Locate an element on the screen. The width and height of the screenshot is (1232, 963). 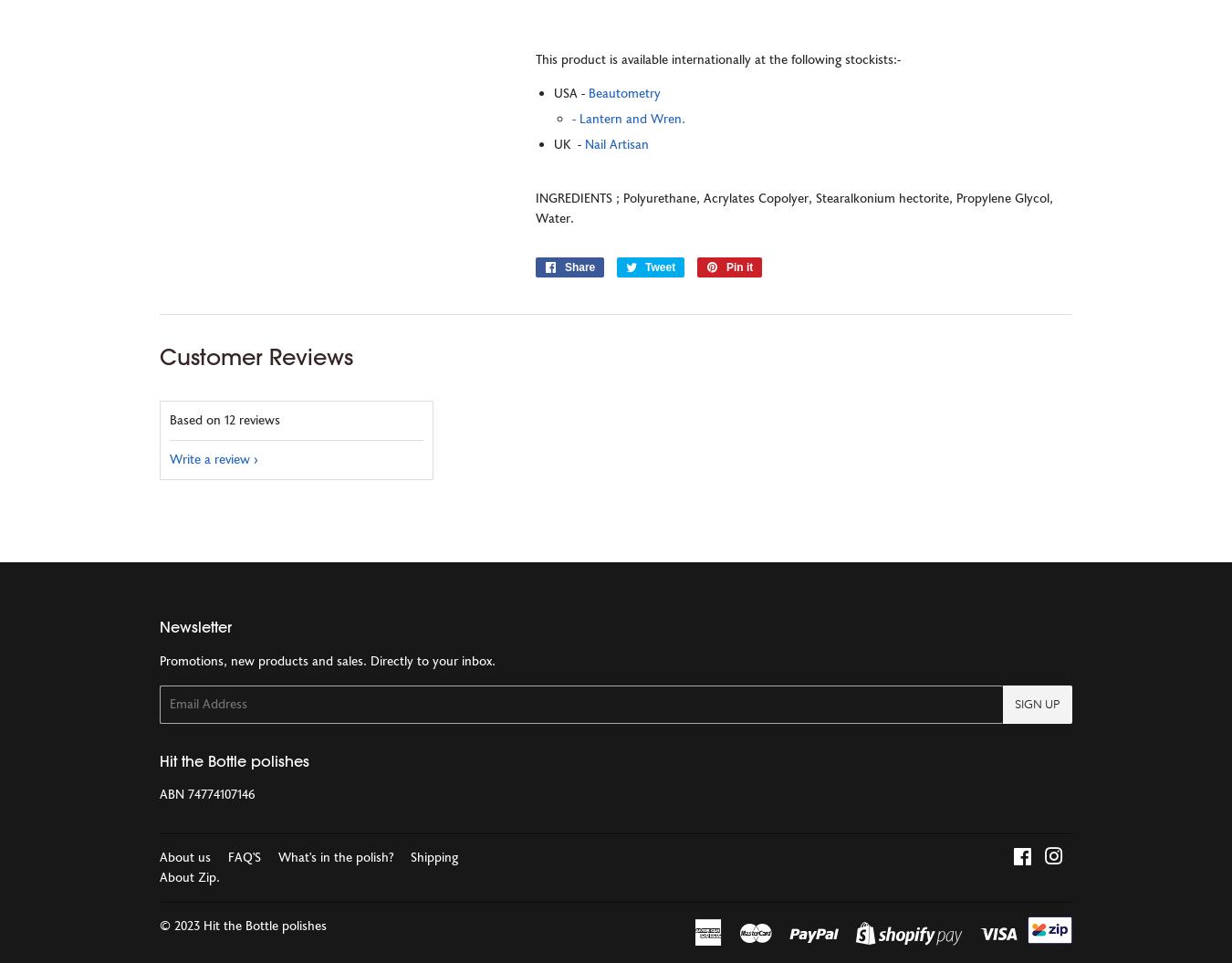
'What's in the polish?' is located at coordinates (336, 856).